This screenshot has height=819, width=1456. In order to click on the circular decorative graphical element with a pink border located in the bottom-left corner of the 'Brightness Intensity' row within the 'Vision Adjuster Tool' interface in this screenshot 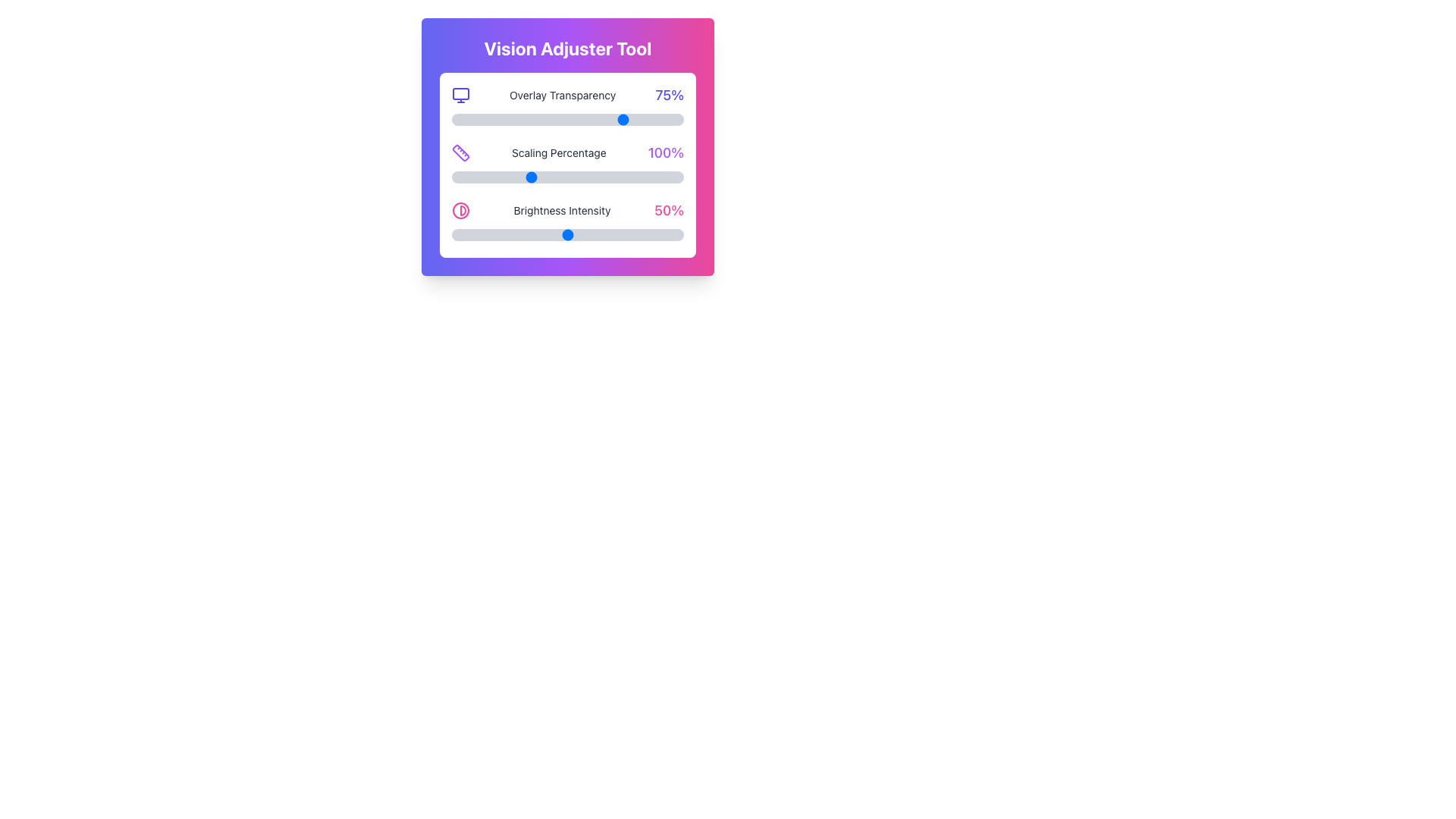, I will do `click(460, 210)`.